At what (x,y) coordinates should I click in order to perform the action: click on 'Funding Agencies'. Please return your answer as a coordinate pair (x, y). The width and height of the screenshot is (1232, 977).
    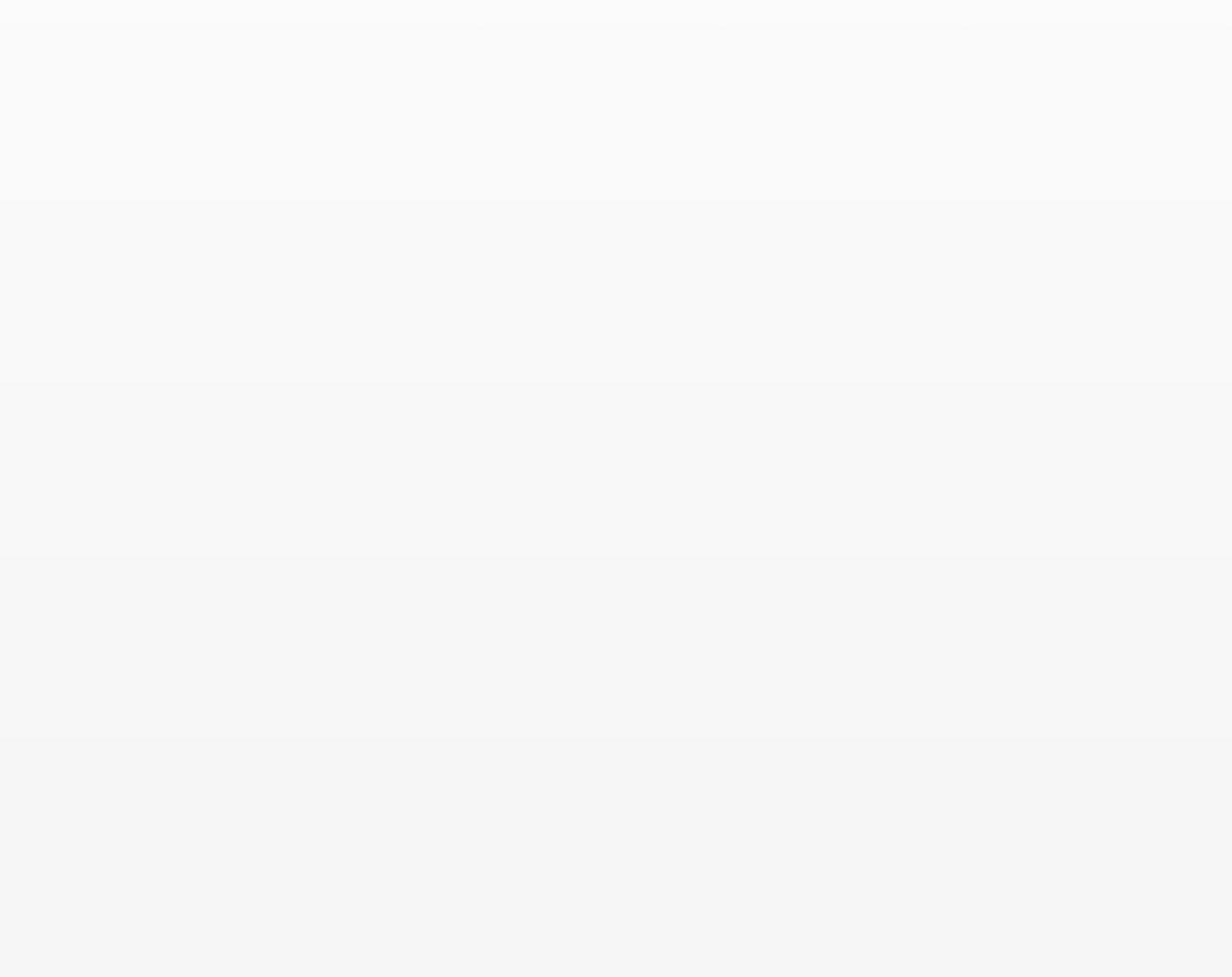
    Looking at the image, I should click on (832, 706).